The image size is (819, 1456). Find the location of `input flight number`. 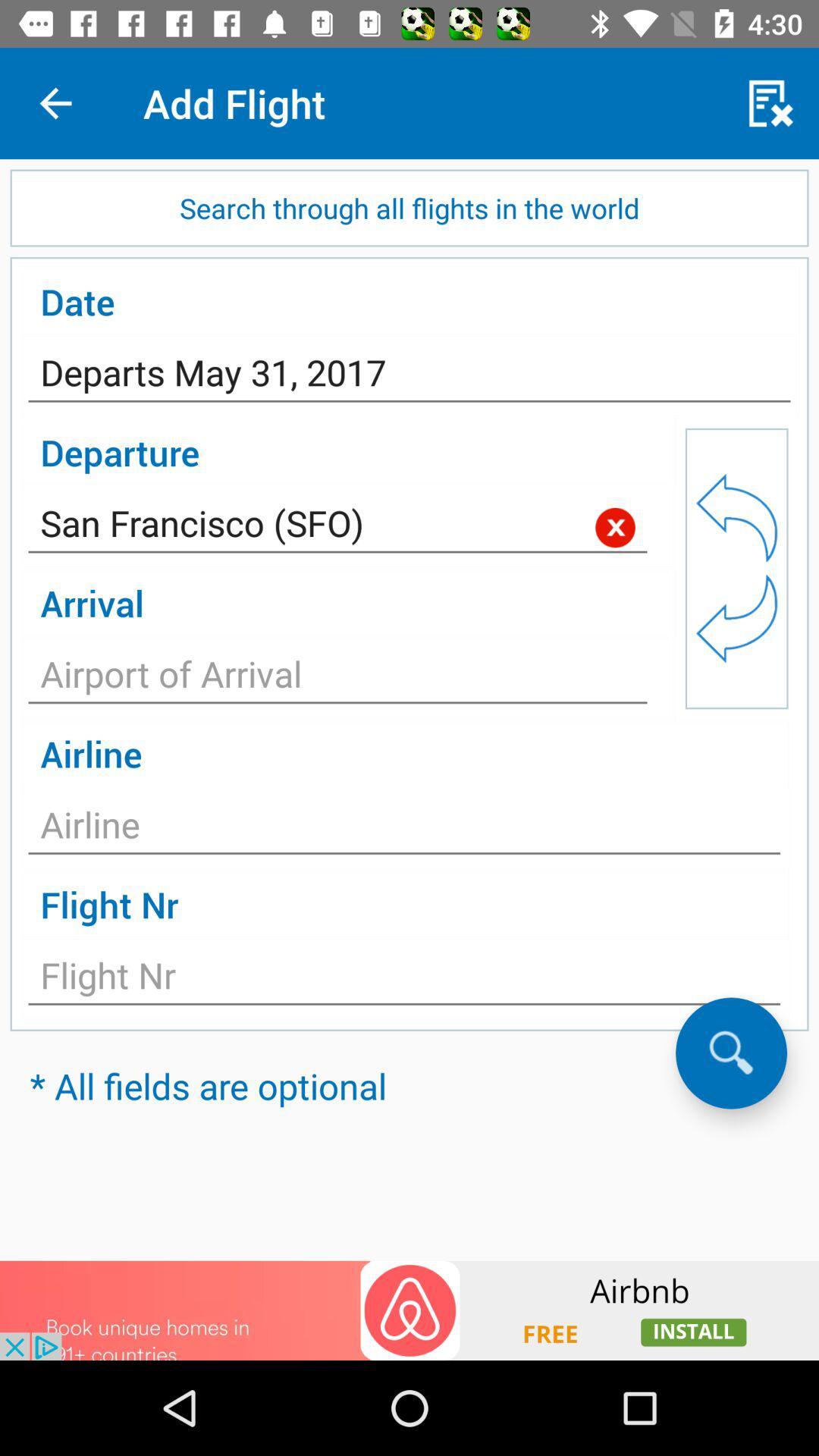

input flight number is located at coordinates (403, 980).